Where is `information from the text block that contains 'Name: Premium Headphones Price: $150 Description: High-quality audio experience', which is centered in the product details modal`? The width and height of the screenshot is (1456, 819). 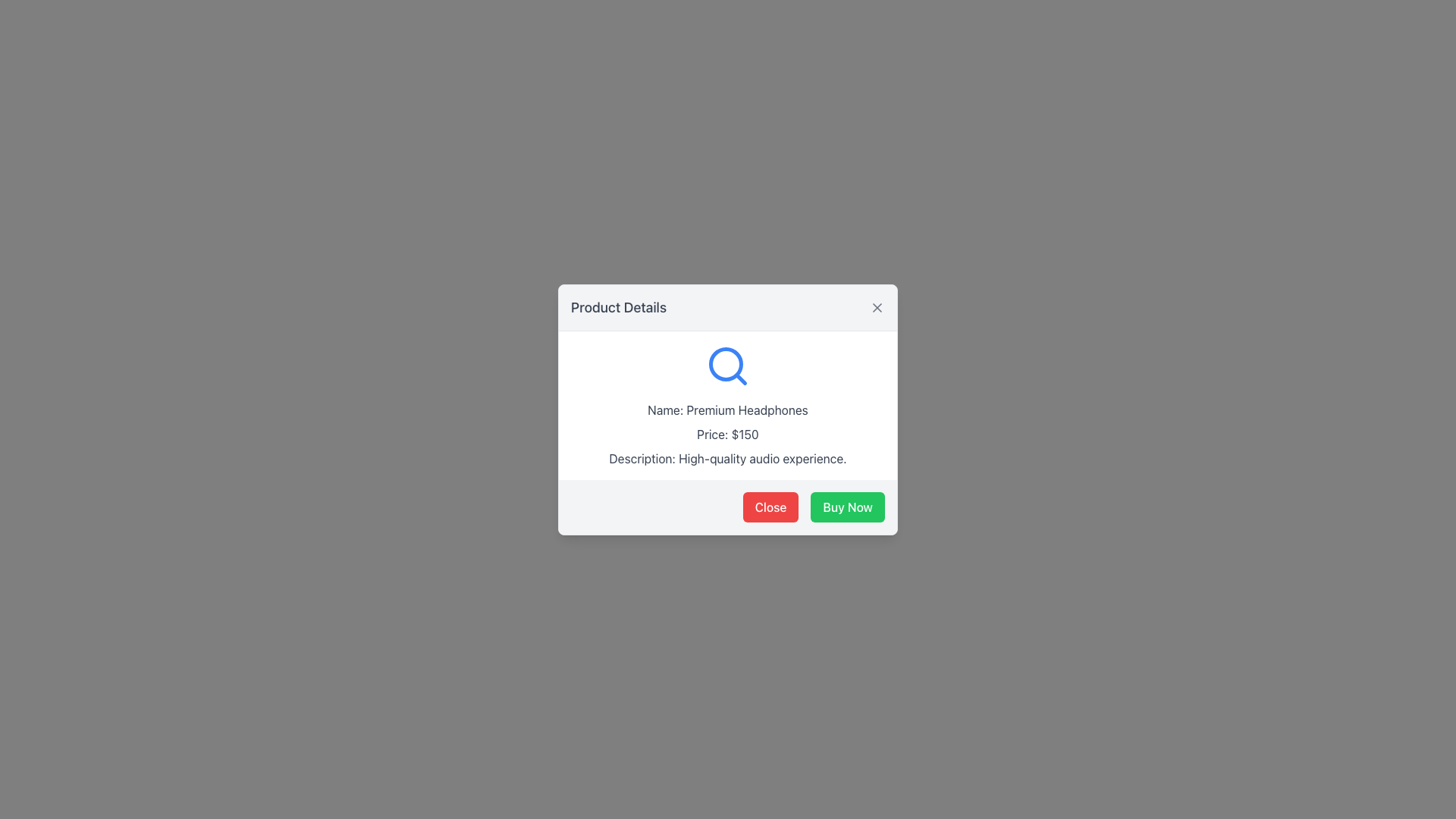
information from the text block that contains 'Name: Premium Headphones Price: $150 Description: High-quality audio experience', which is centered in the product details modal is located at coordinates (728, 404).